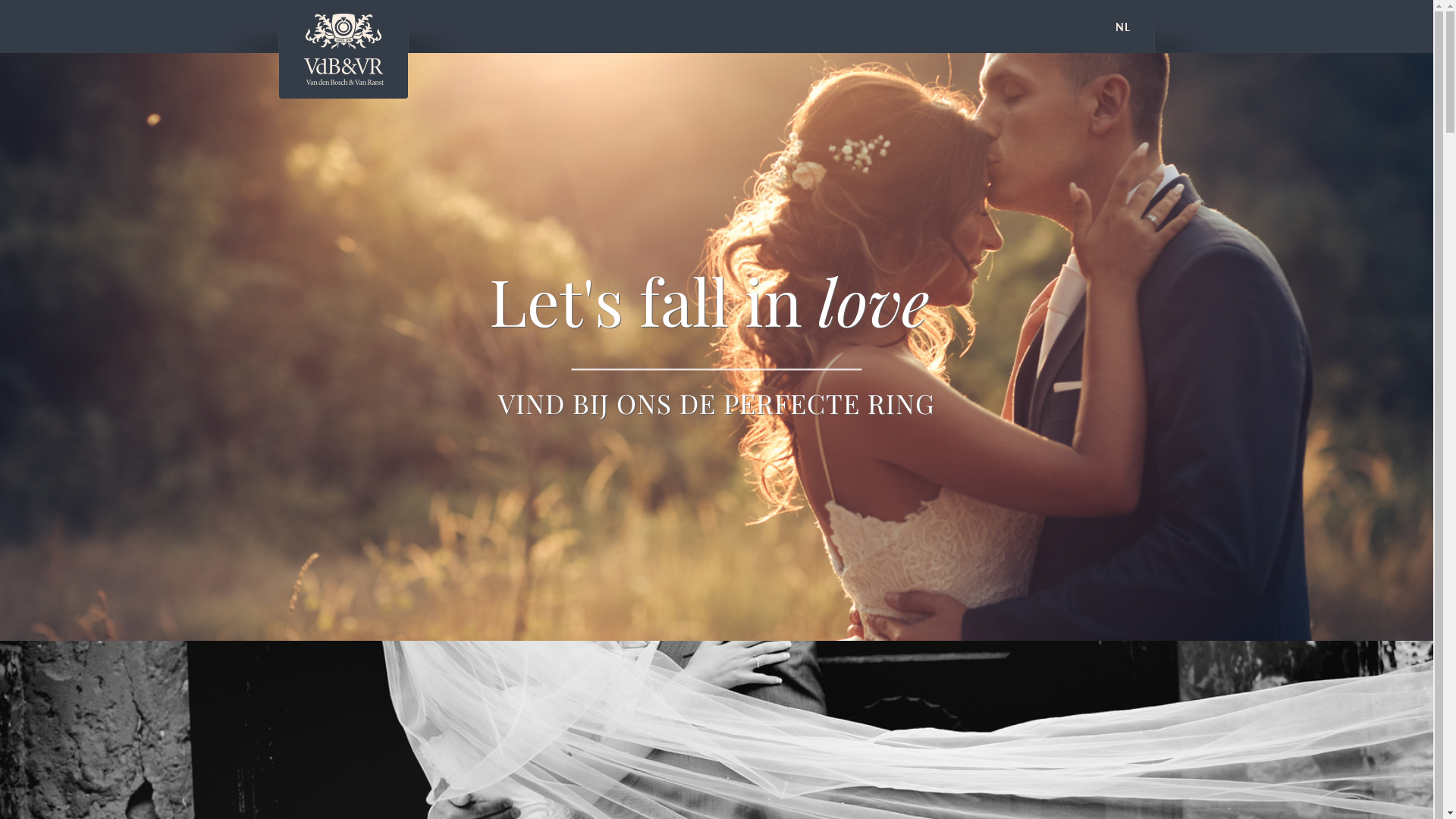 This screenshot has height=819, width=1456. What do you see at coordinates (1123, 26) in the screenshot?
I see `'NL'` at bounding box center [1123, 26].